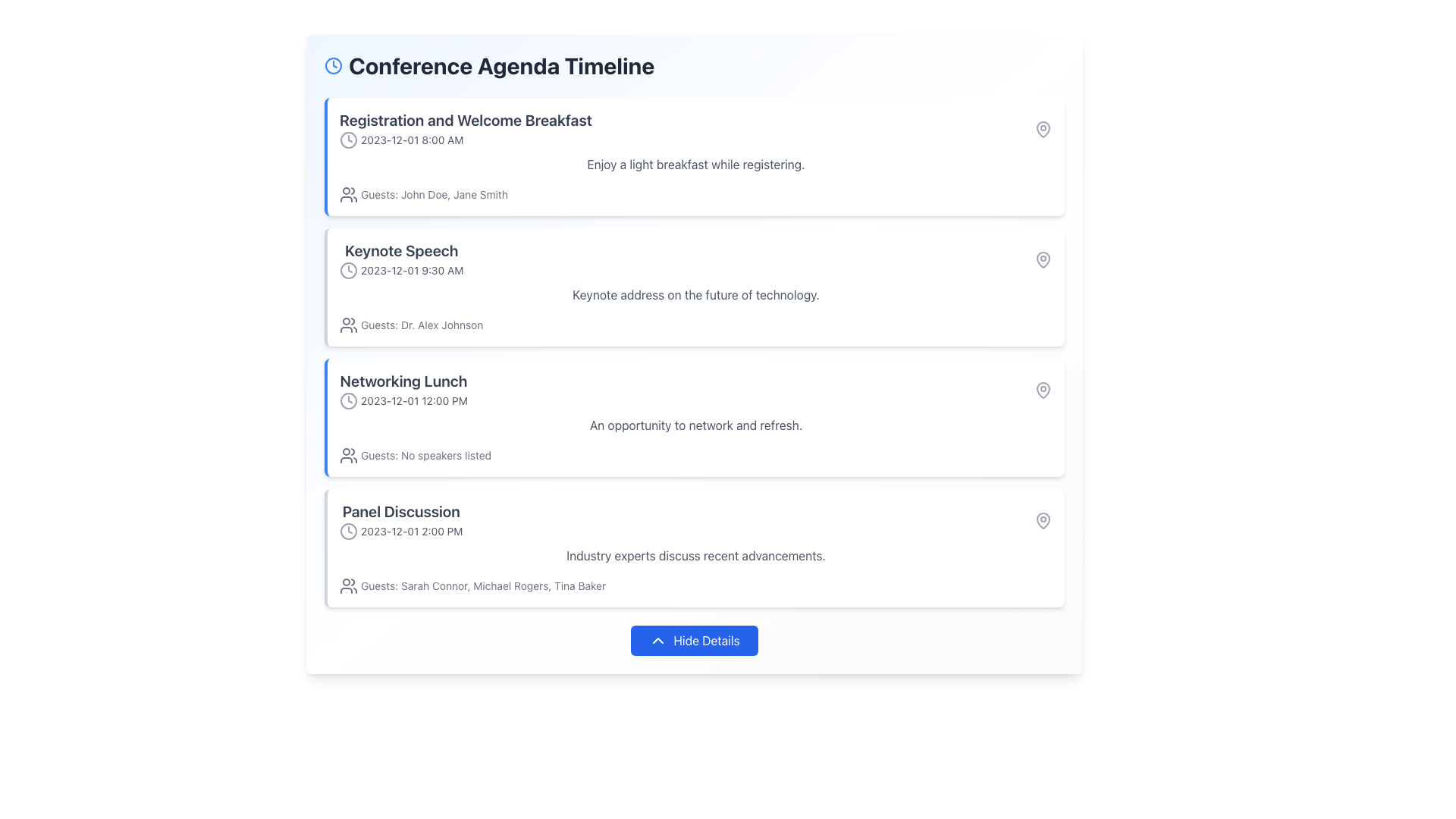  Describe the element at coordinates (465, 119) in the screenshot. I see `the bold, extra-large dark gray text 'Registration and Welcome Breakfast' located in the first content block under 'Conference Agenda Timeline'` at that location.